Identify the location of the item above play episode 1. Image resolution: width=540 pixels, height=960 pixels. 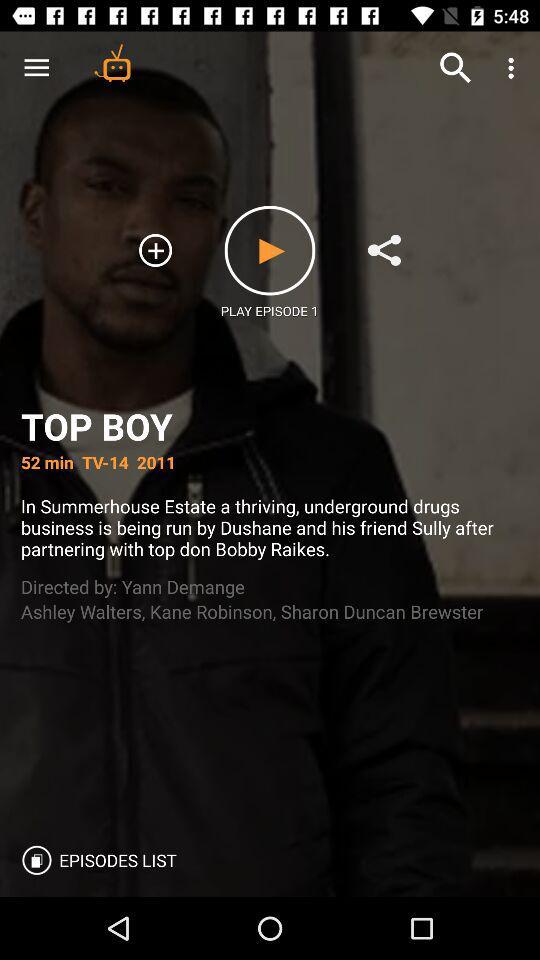
(270, 249).